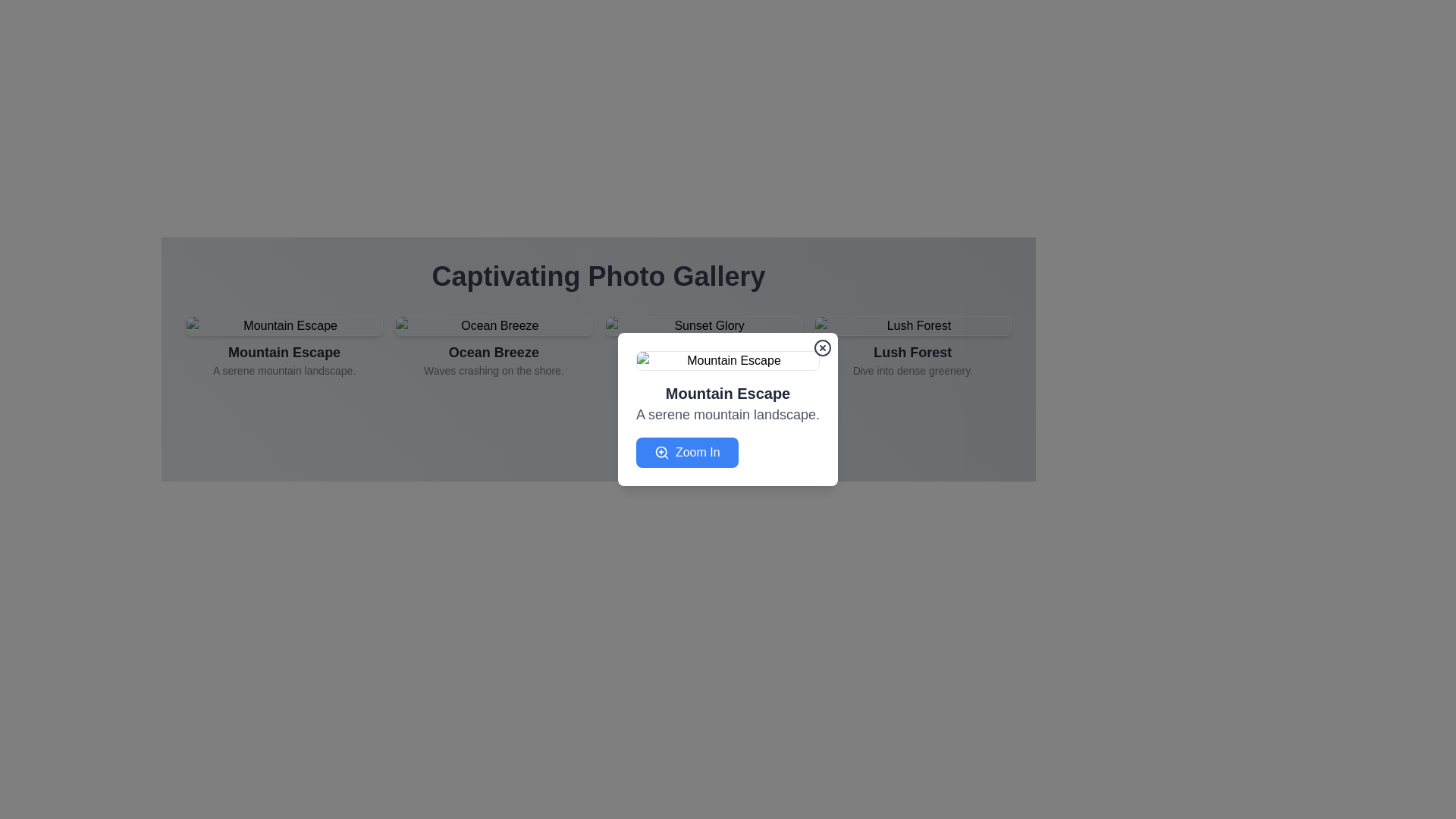 The width and height of the screenshot is (1456, 819). I want to click on to interact with the 'Ocean Breeze' card element, which is the second item in a horizontal grid layout of four items, located between 'Mountain Escape' and 'Sunset Glory', so click(494, 350).